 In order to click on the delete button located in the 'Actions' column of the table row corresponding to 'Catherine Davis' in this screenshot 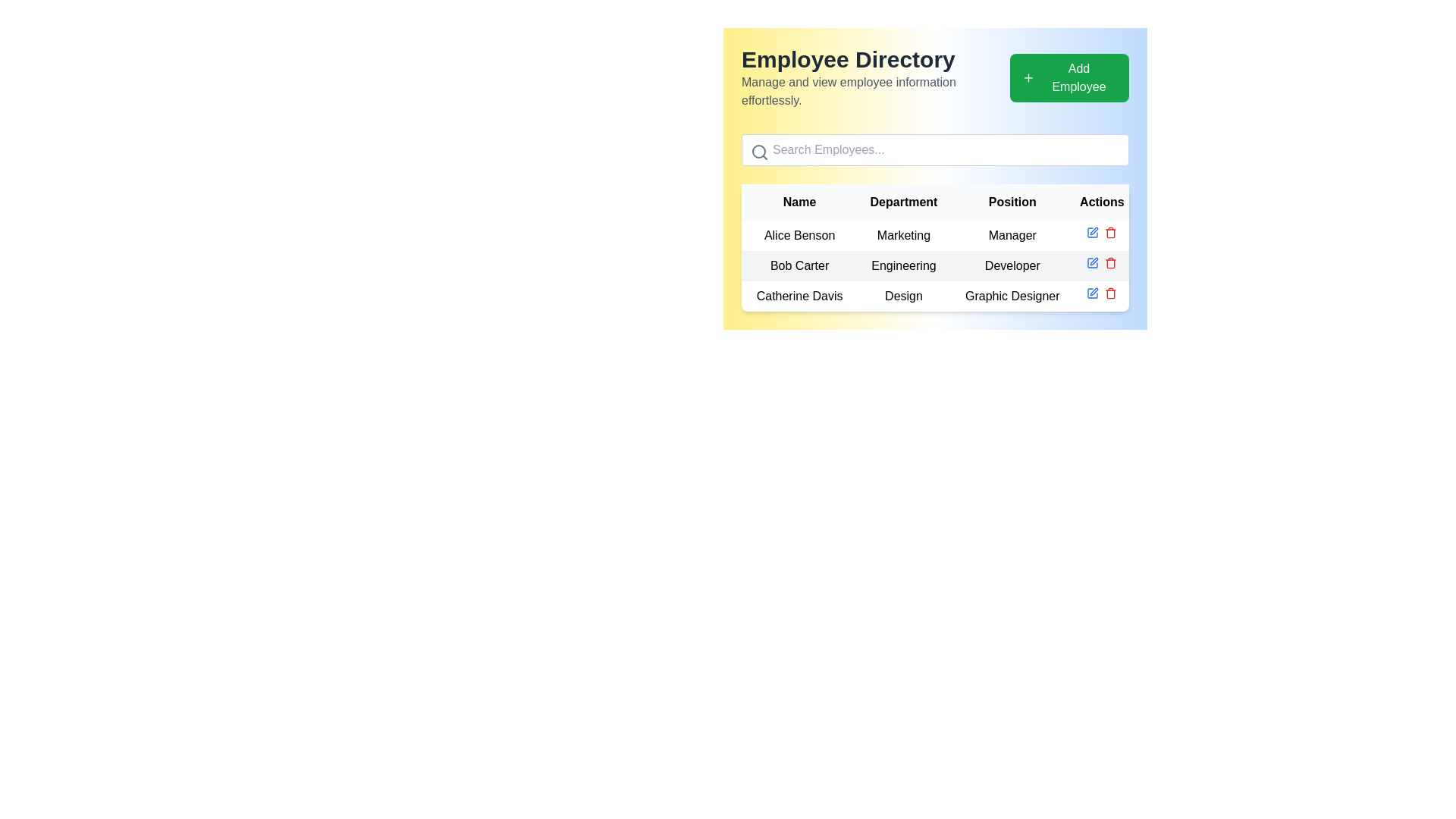, I will do `click(1111, 293)`.